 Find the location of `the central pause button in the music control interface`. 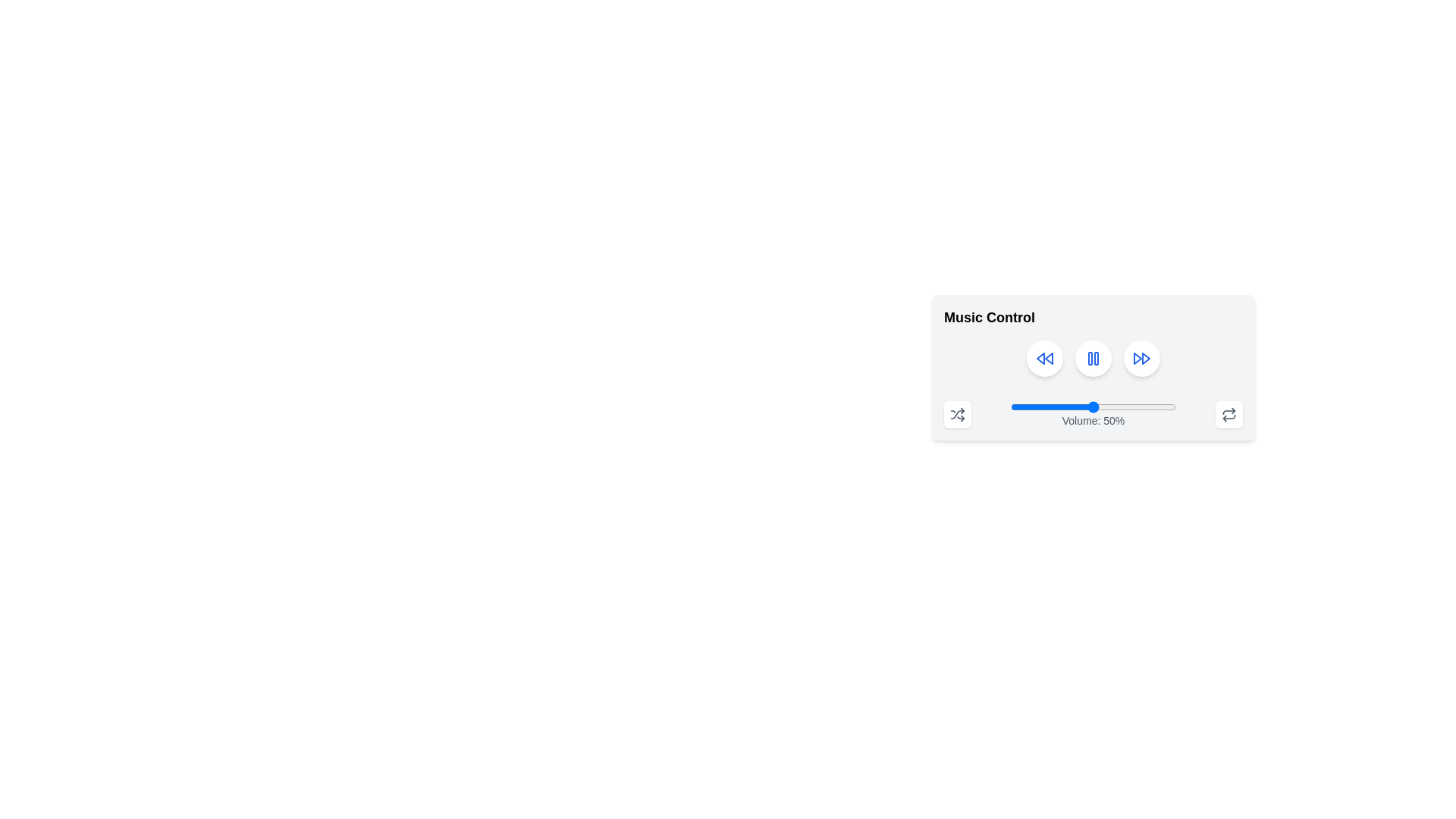

the central pause button in the music control interface is located at coordinates (1093, 359).